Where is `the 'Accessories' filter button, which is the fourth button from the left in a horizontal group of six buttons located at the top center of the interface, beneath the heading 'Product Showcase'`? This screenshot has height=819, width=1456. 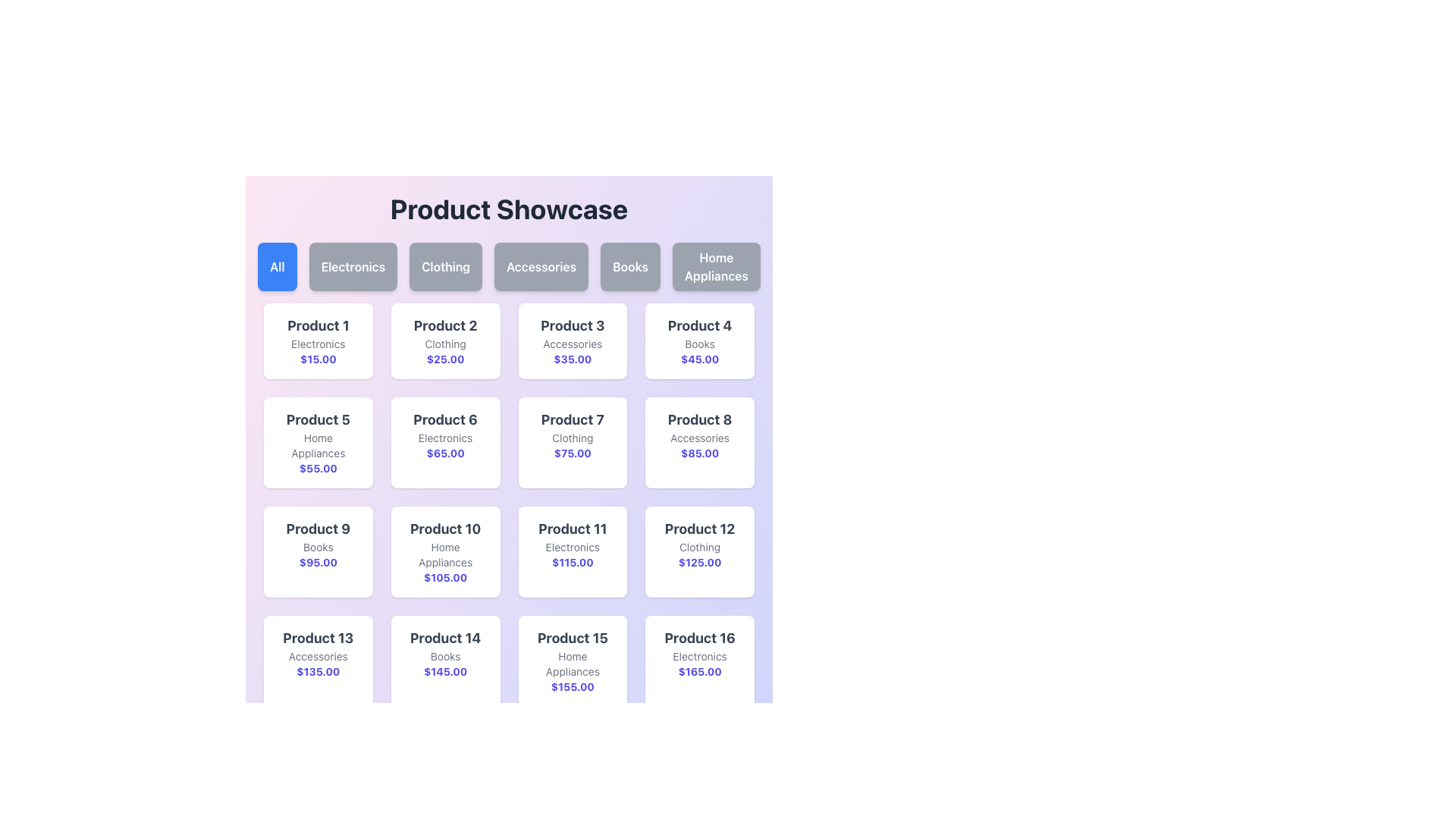 the 'Accessories' filter button, which is the fourth button from the left in a horizontal group of six buttons located at the top center of the interface, beneath the heading 'Product Showcase' is located at coordinates (541, 265).